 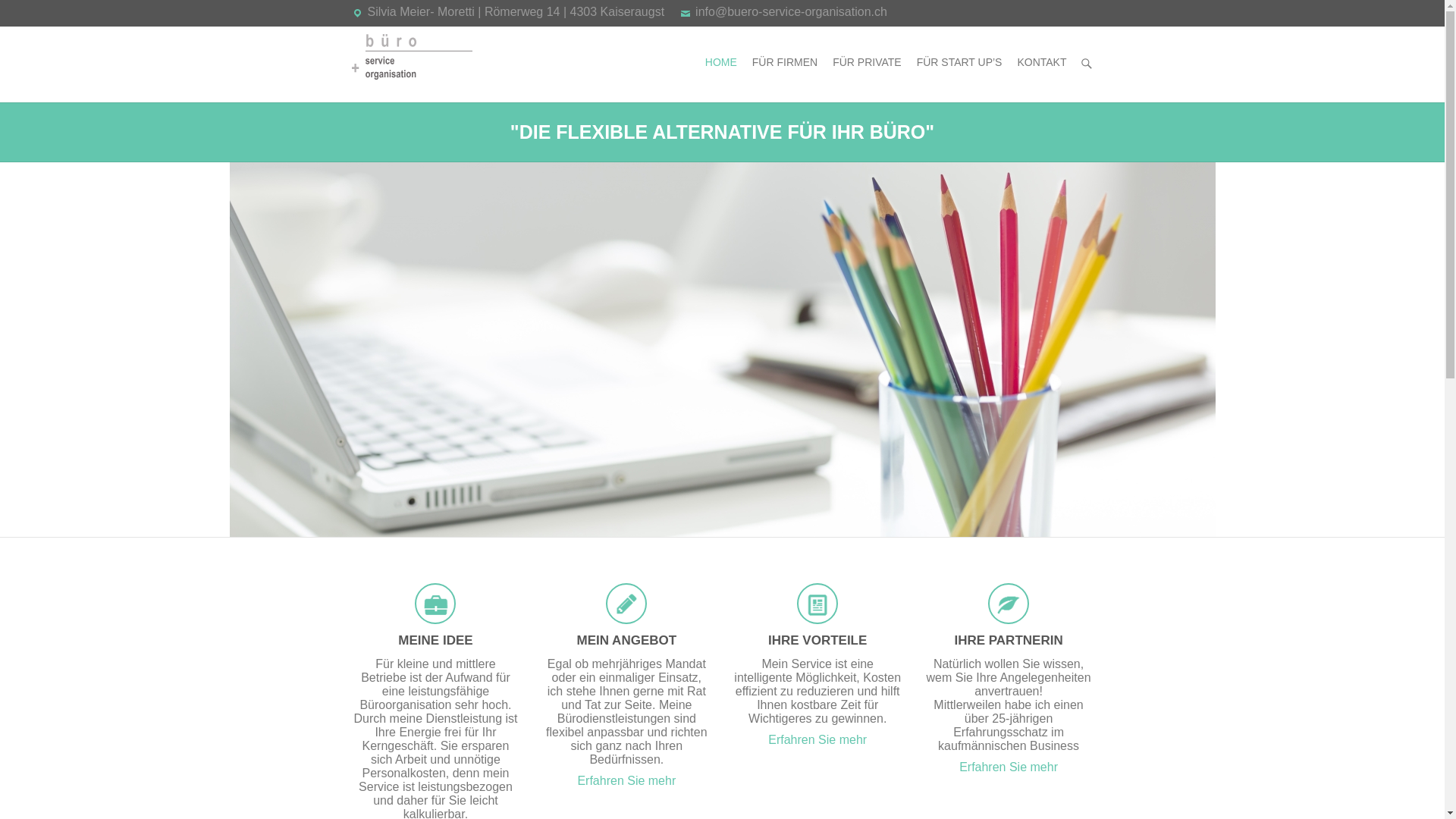 I want to click on 'info@buero-service-organisation.ch', so click(x=790, y=11).